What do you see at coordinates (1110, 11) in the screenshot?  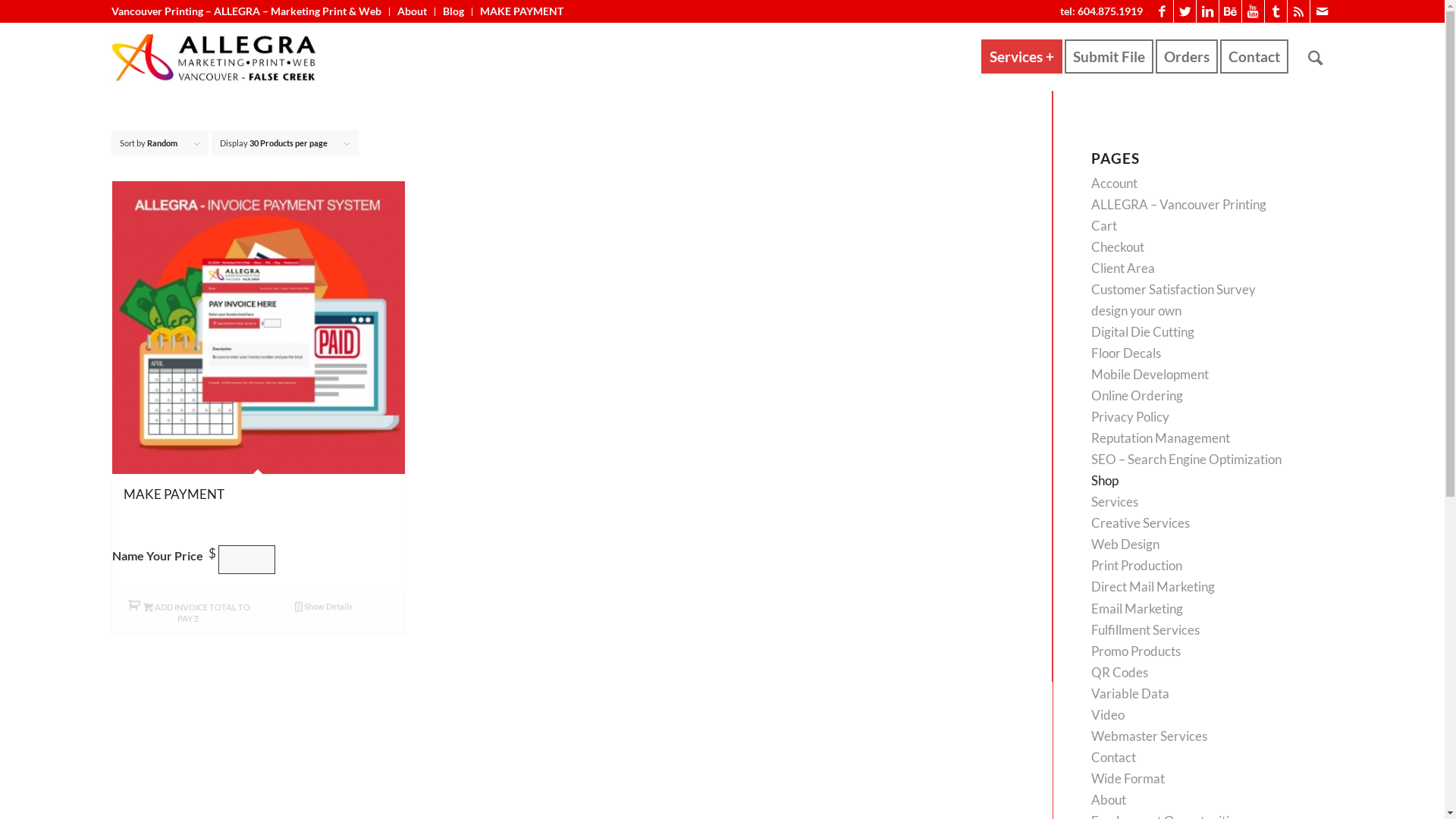 I see `'604.875.1919'` at bounding box center [1110, 11].